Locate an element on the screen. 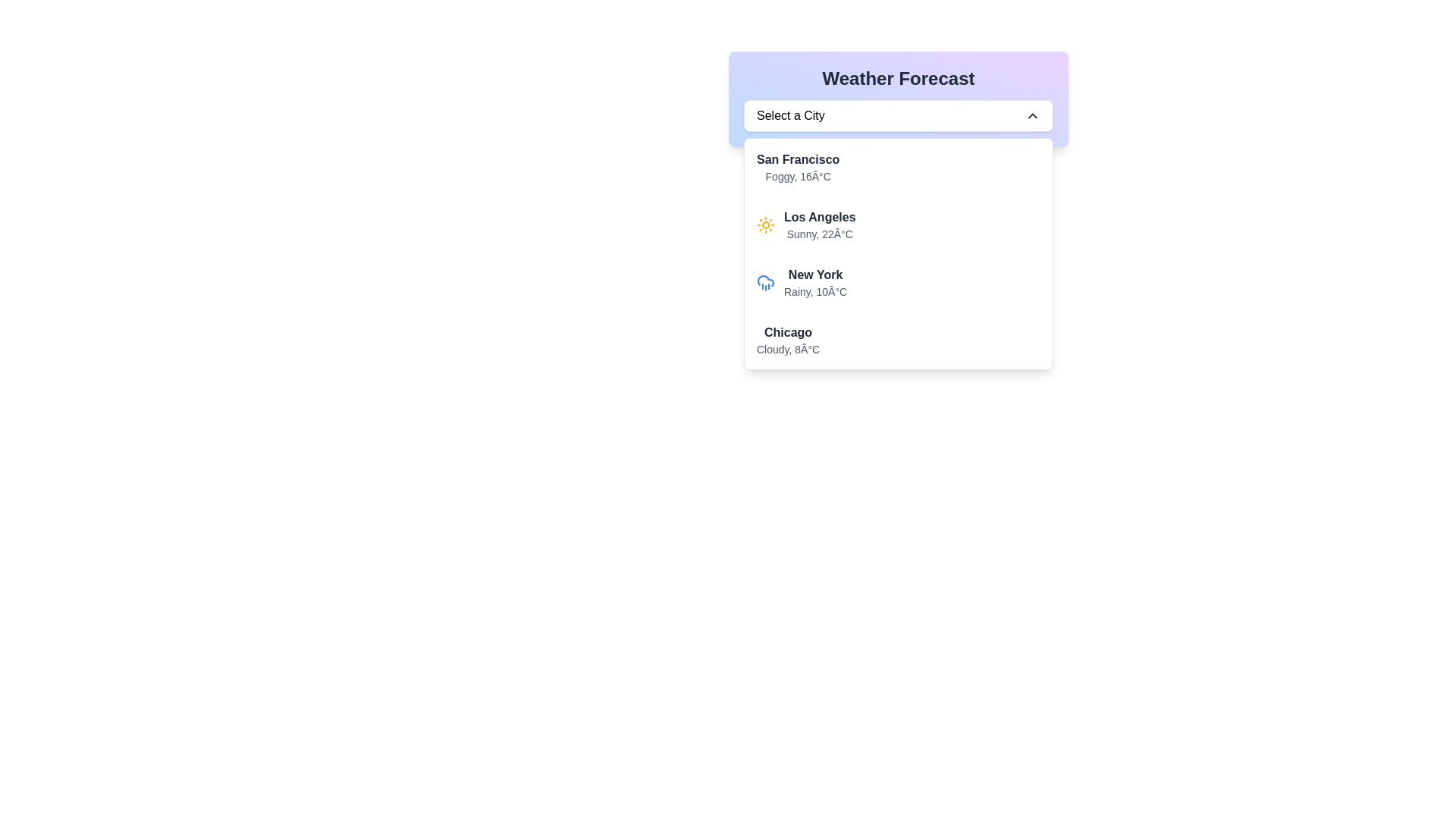 This screenshot has width=1456, height=819. the informational text label displaying the current weather conditions of Los Angeles, which is positioned beneath the 'Los Angeles' label and aligns to the right side of the icon next to the city name is located at coordinates (819, 234).